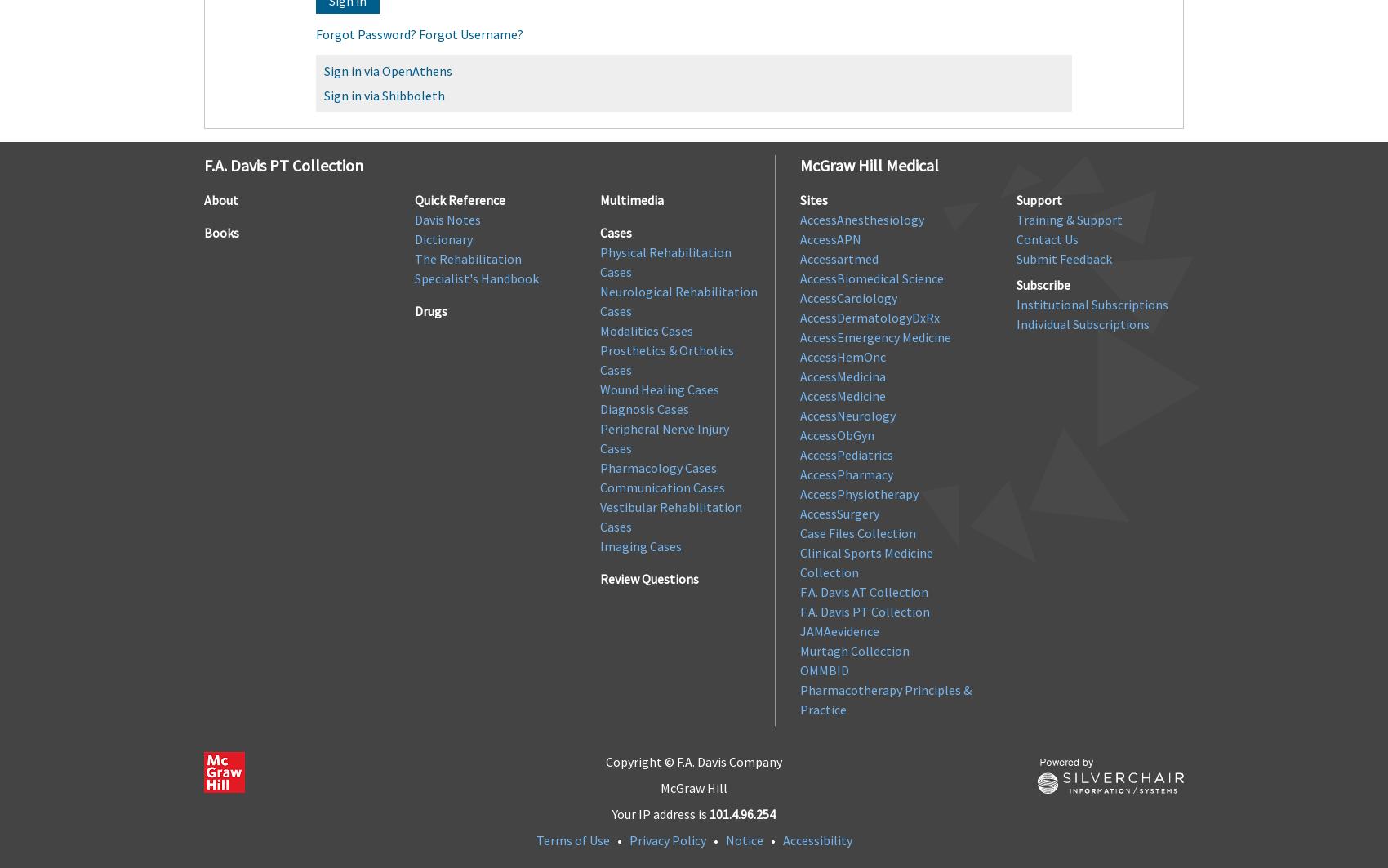  What do you see at coordinates (799, 668) in the screenshot?
I see `'OMMBID'` at bounding box center [799, 668].